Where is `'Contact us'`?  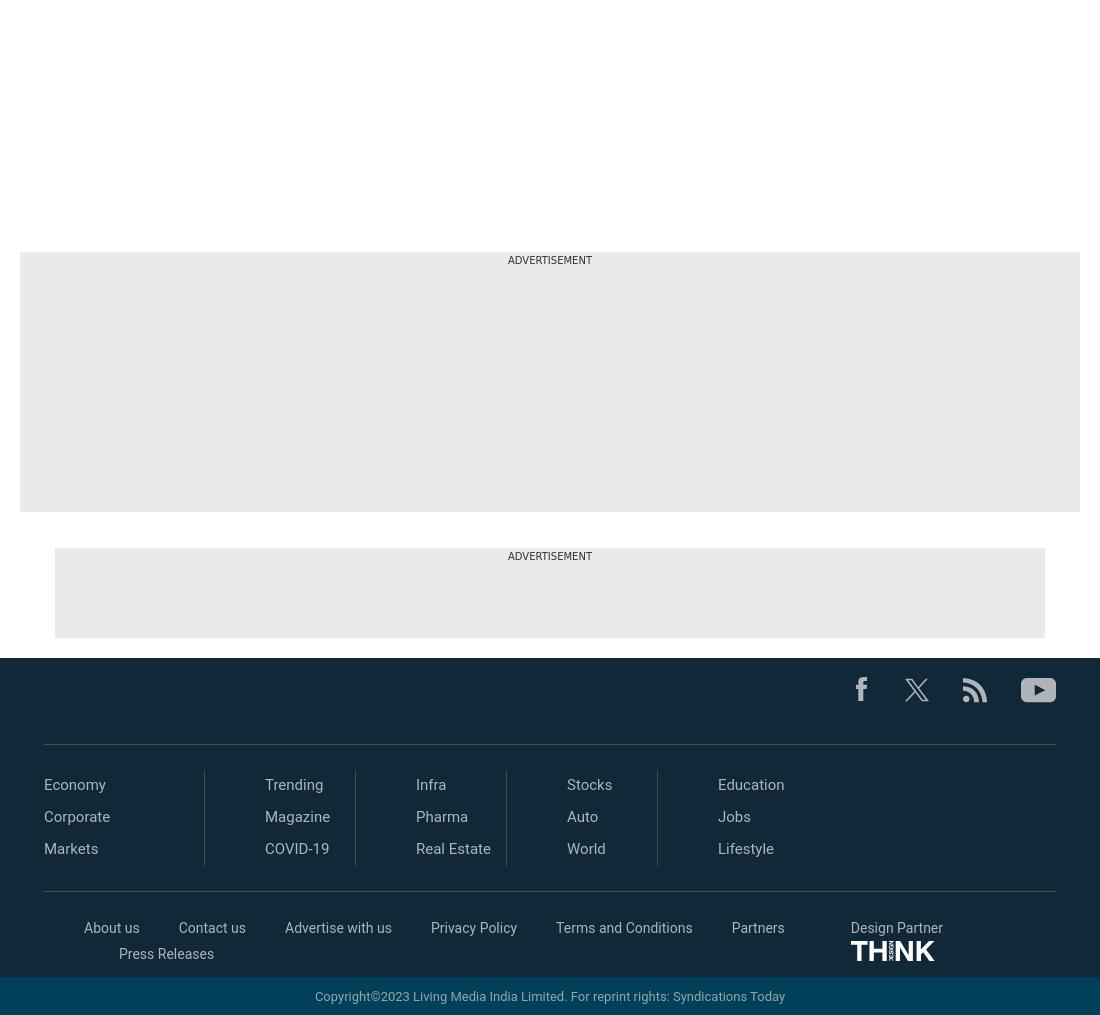
'Contact us' is located at coordinates (176, 925).